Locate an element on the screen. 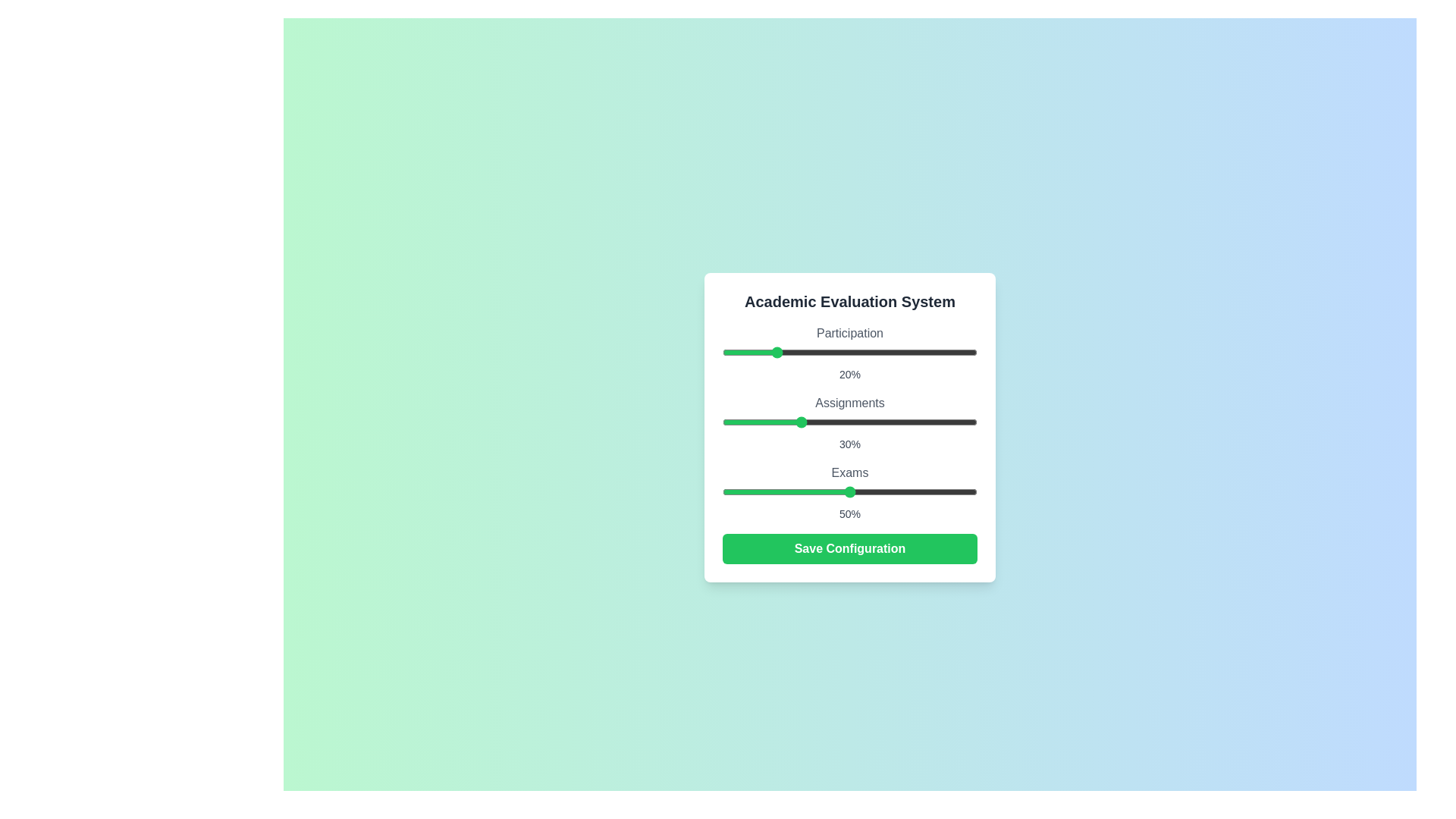  the Exams slider element to observe visual feedback is located at coordinates (850, 491).